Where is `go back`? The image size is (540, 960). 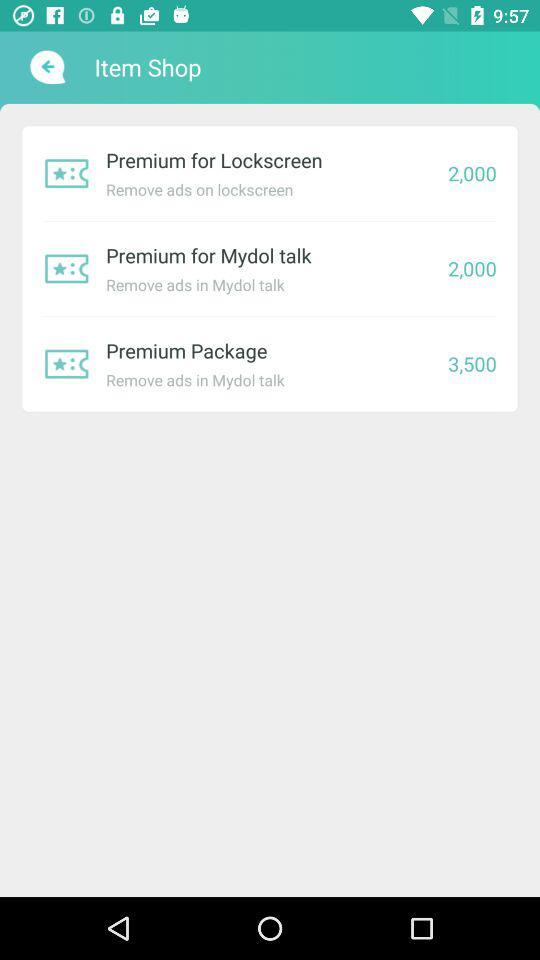
go back is located at coordinates (45, 67).